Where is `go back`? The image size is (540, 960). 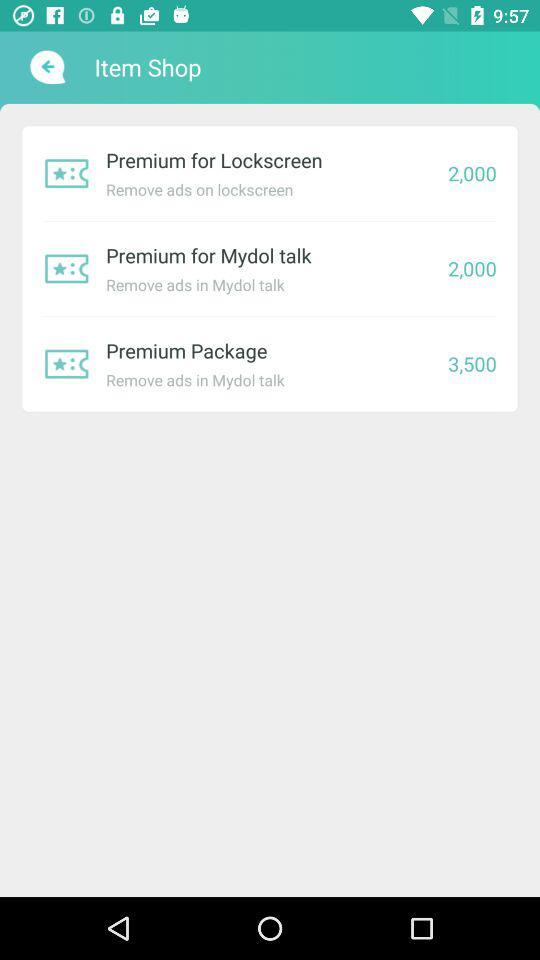
go back is located at coordinates (45, 67).